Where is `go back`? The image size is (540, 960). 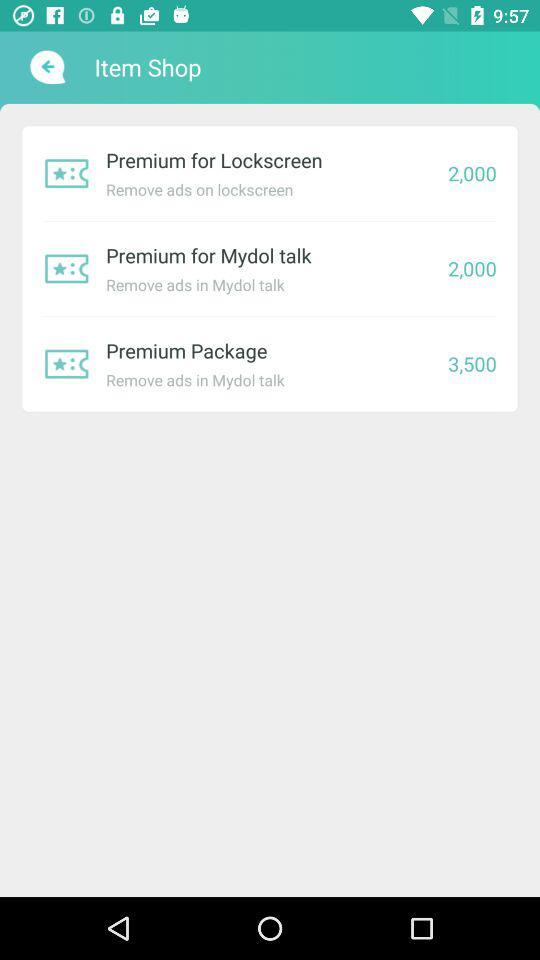
go back is located at coordinates (45, 67).